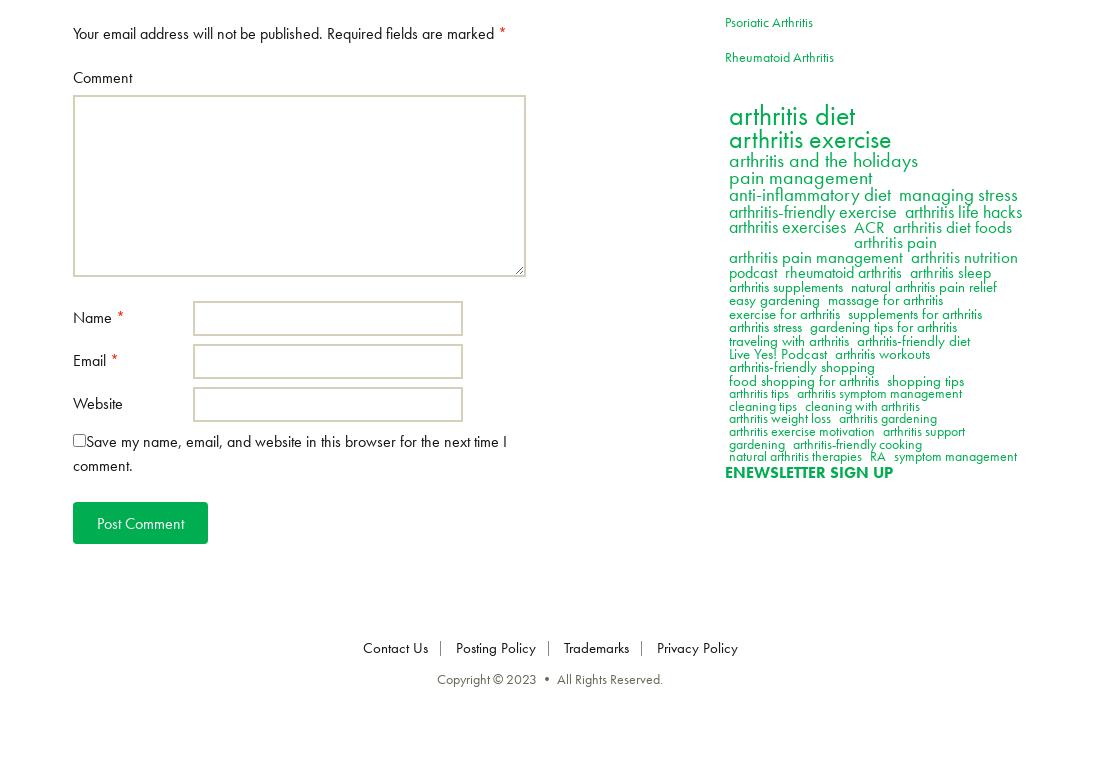 This screenshot has height=760, width=1100. Describe the element at coordinates (807, 470) in the screenshot. I see `'Enewsletter Sign Up'` at that location.